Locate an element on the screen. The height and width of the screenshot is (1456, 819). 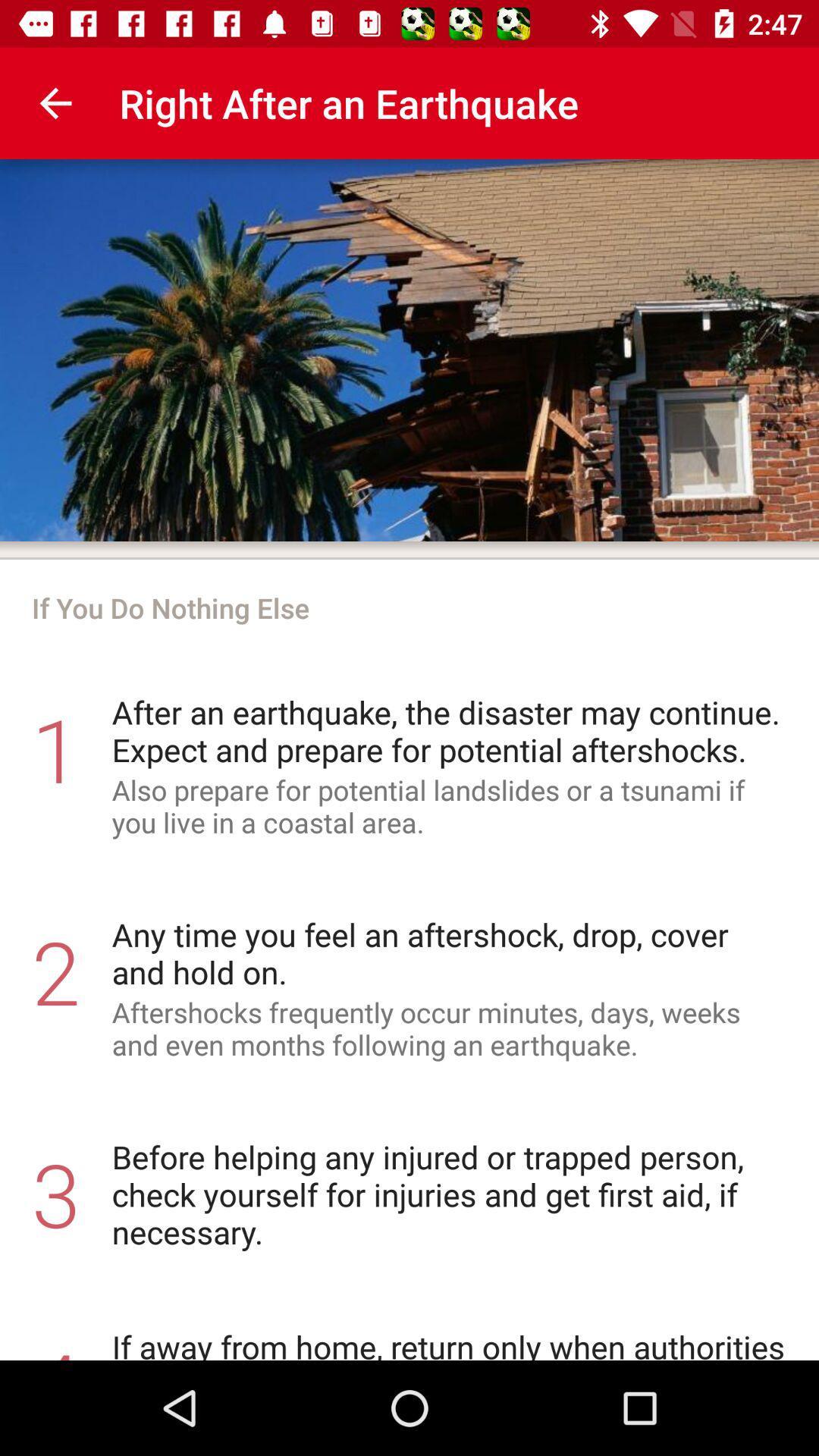
app next to right after an icon is located at coordinates (55, 102).